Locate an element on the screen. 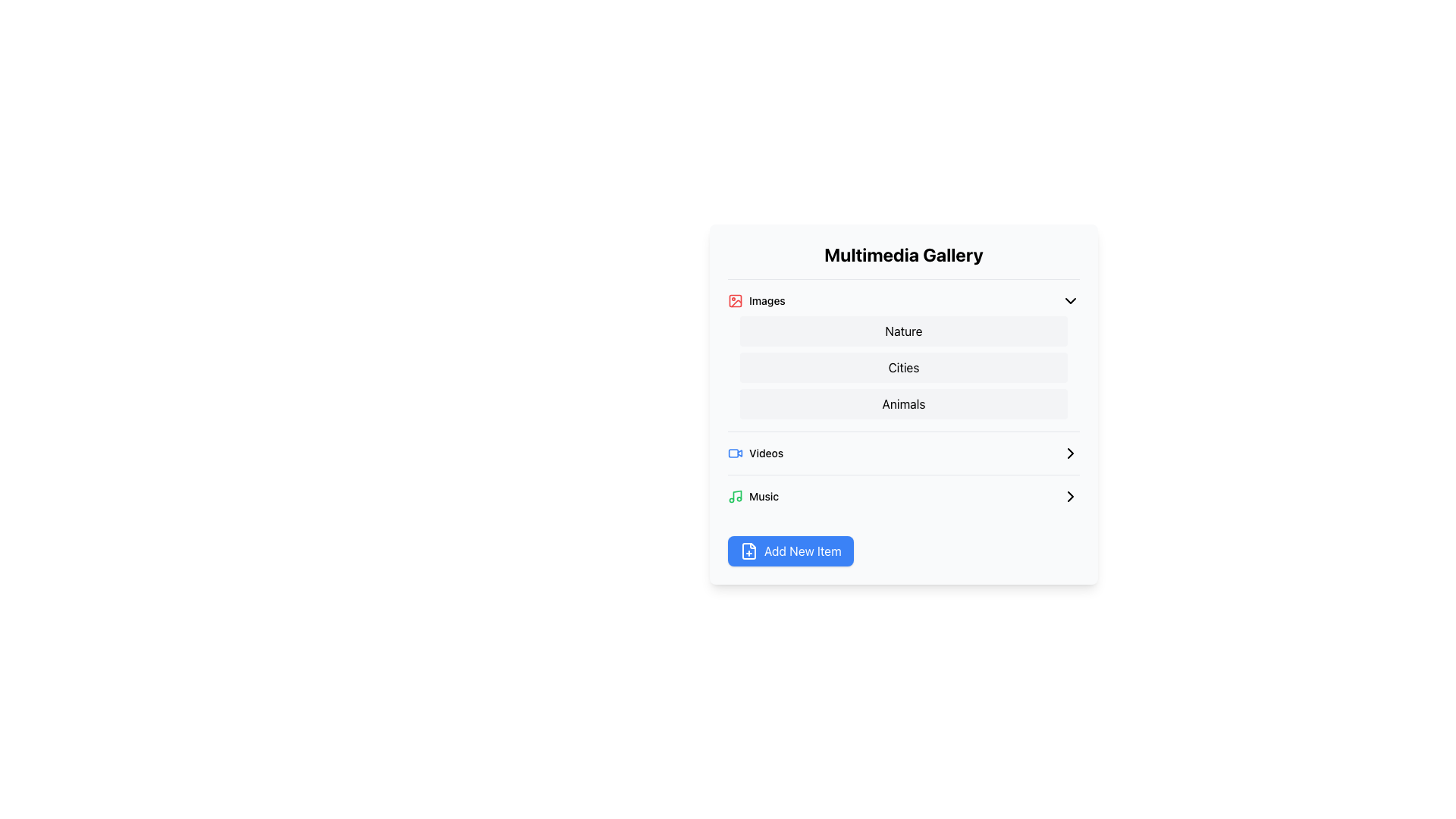 Image resolution: width=1456 pixels, height=819 pixels. the blue video-related icon labeled 'Videos' located in the Multimedia Gallery section, which is the second item in the list is located at coordinates (735, 452).